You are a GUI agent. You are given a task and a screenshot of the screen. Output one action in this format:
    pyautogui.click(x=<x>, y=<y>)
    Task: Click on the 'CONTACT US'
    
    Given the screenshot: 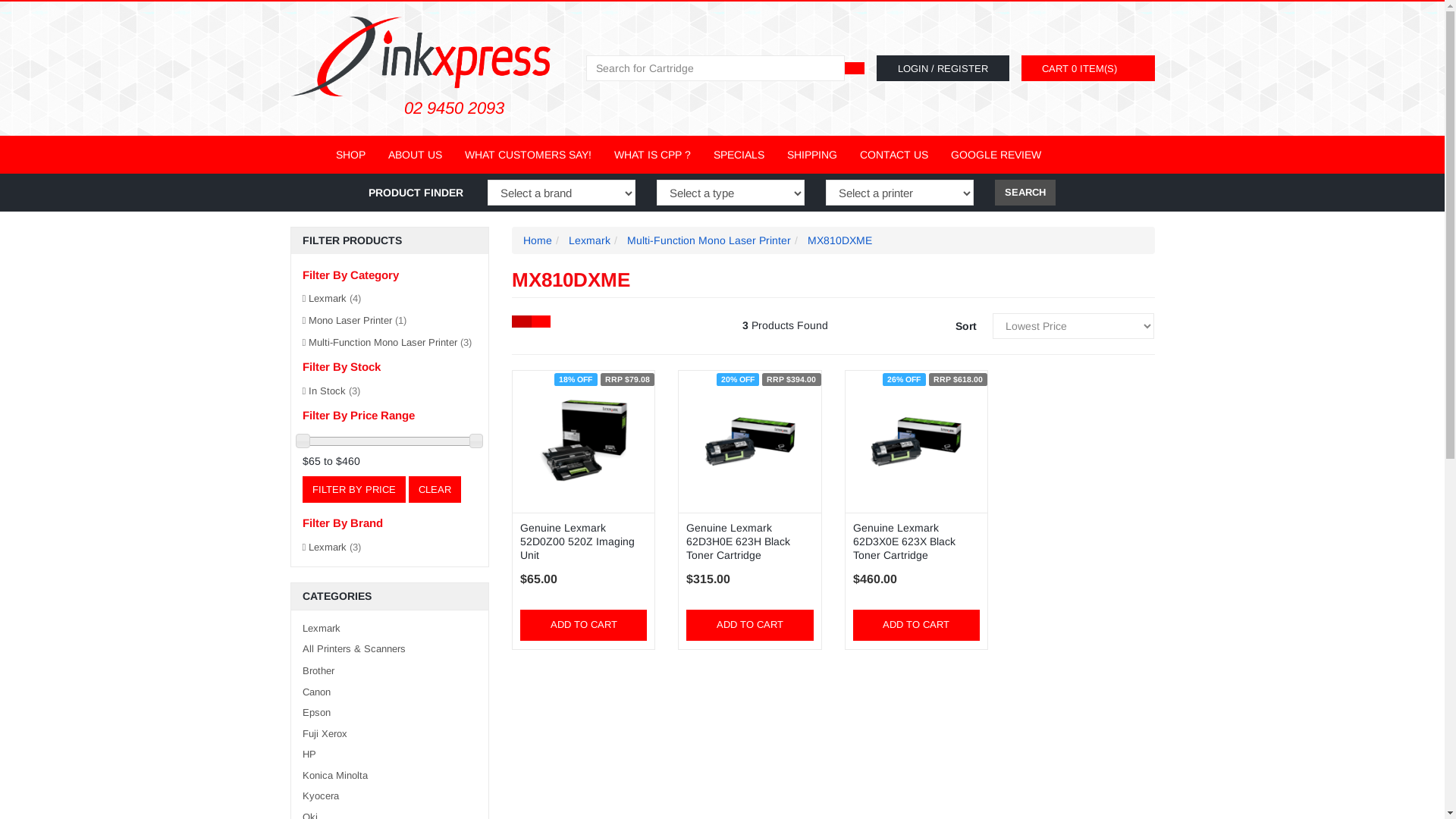 What is the action you would take?
    pyautogui.click(x=893, y=155)
    